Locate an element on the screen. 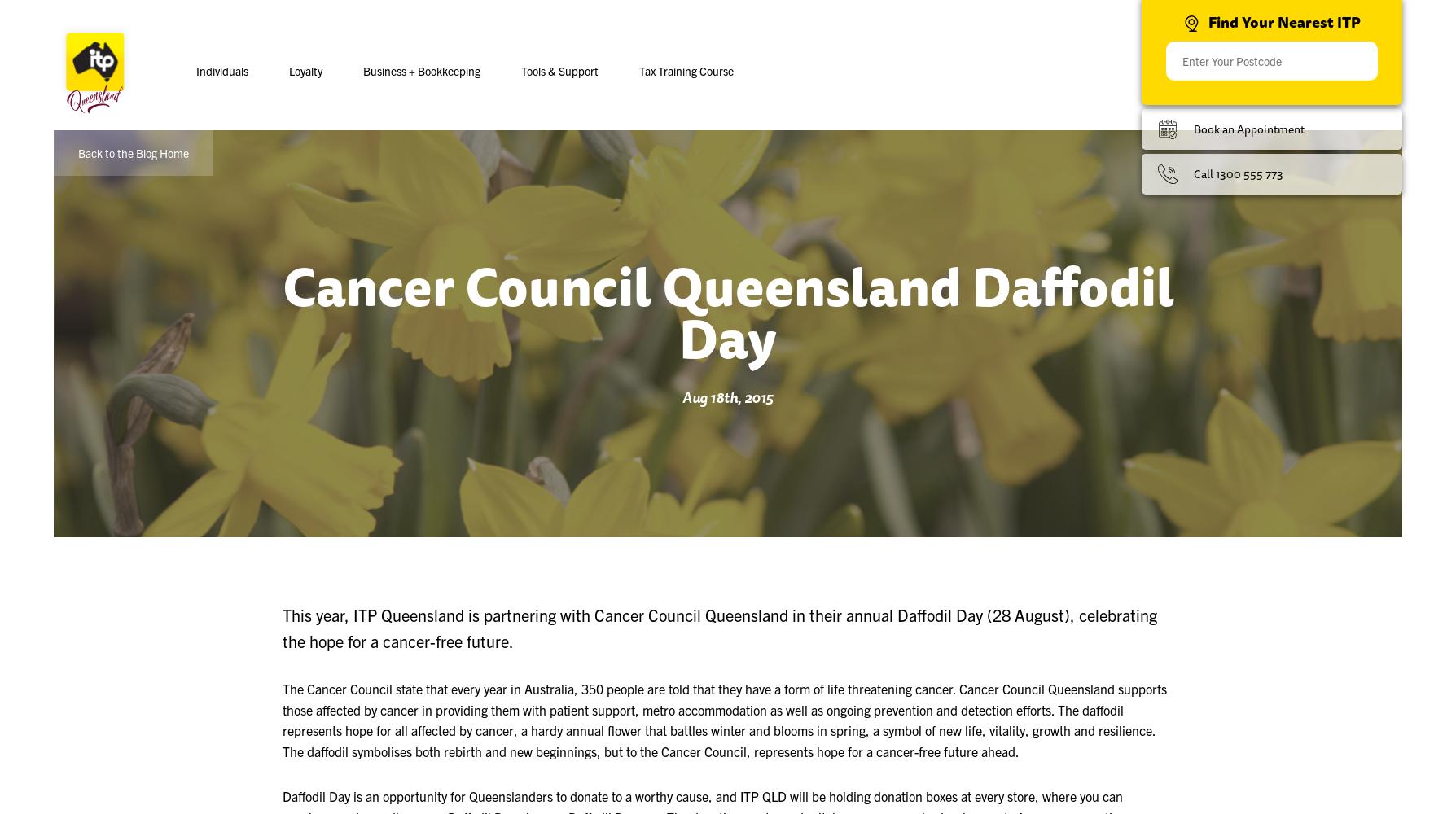  'Enrol Online' is located at coordinates (498, 168).